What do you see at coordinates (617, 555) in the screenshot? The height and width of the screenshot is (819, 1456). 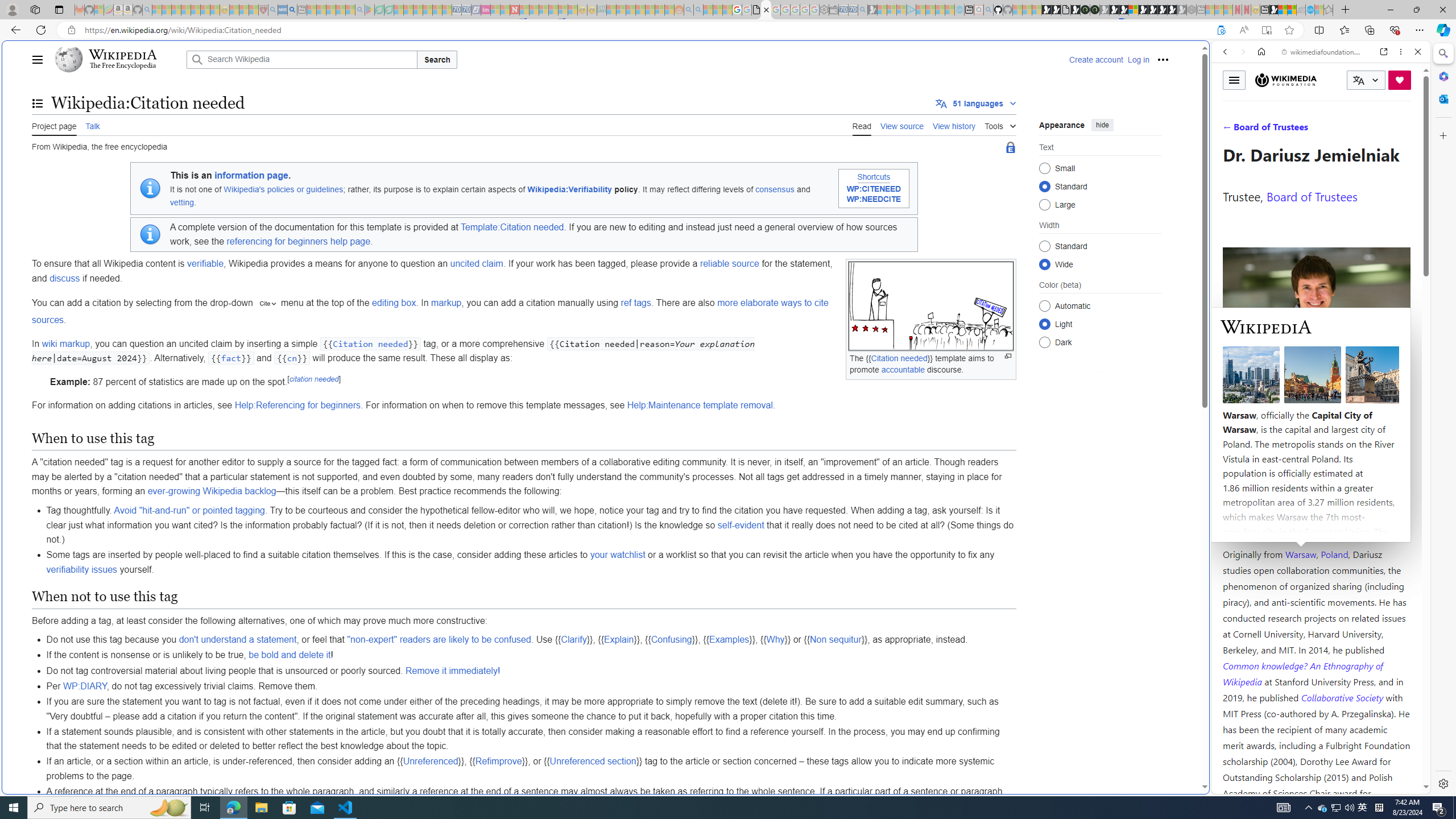 I see `'your watchlist'` at bounding box center [617, 555].